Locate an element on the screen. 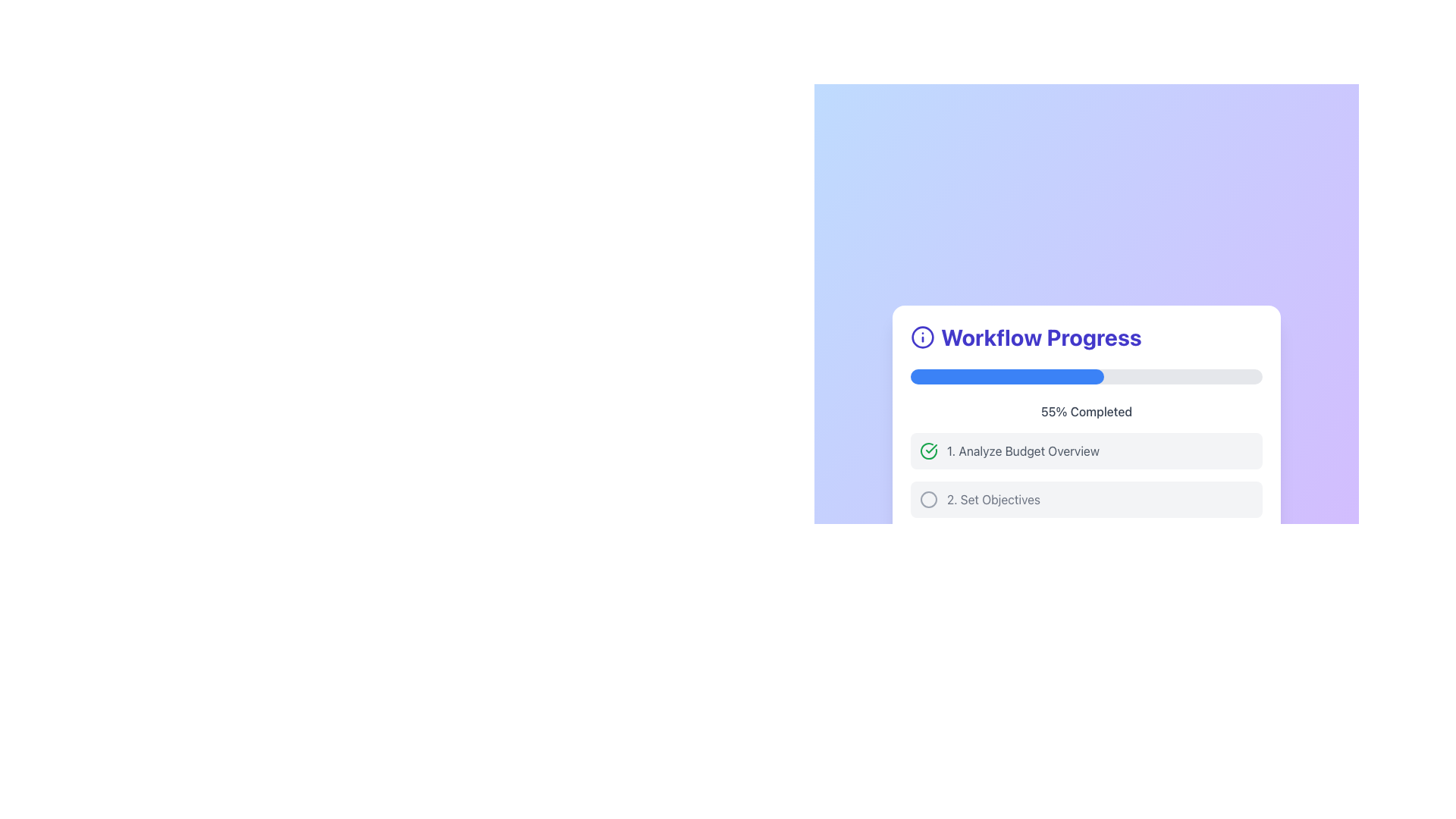 The width and height of the screenshot is (1456, 819). the information icon represented by a circular SVG graphic located near the top-left corner of the interface is located at coordinates (922, 336).